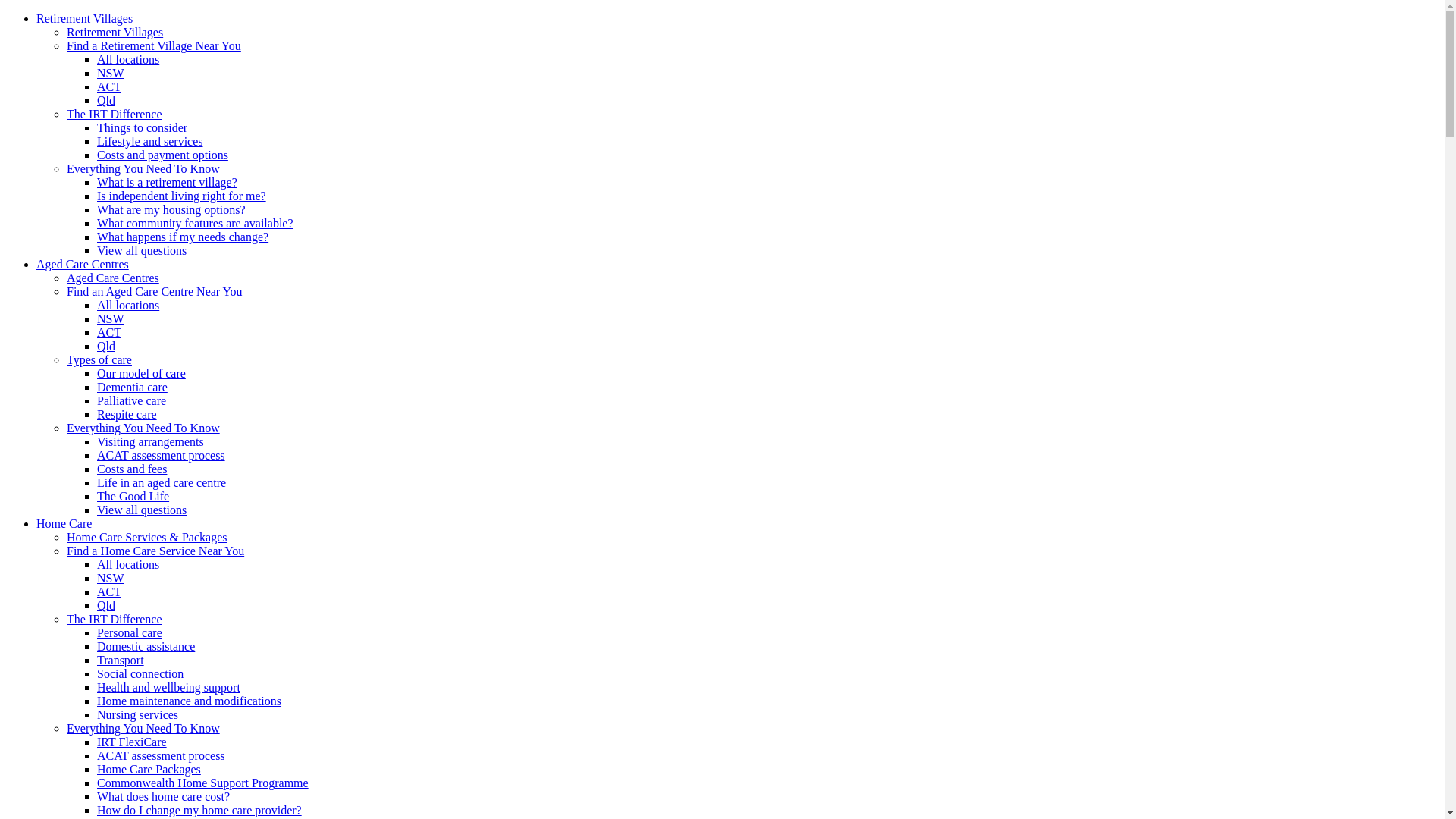 This screenshot has height=819, width=1456. I want to click on 'Qld', so click(105, 100).